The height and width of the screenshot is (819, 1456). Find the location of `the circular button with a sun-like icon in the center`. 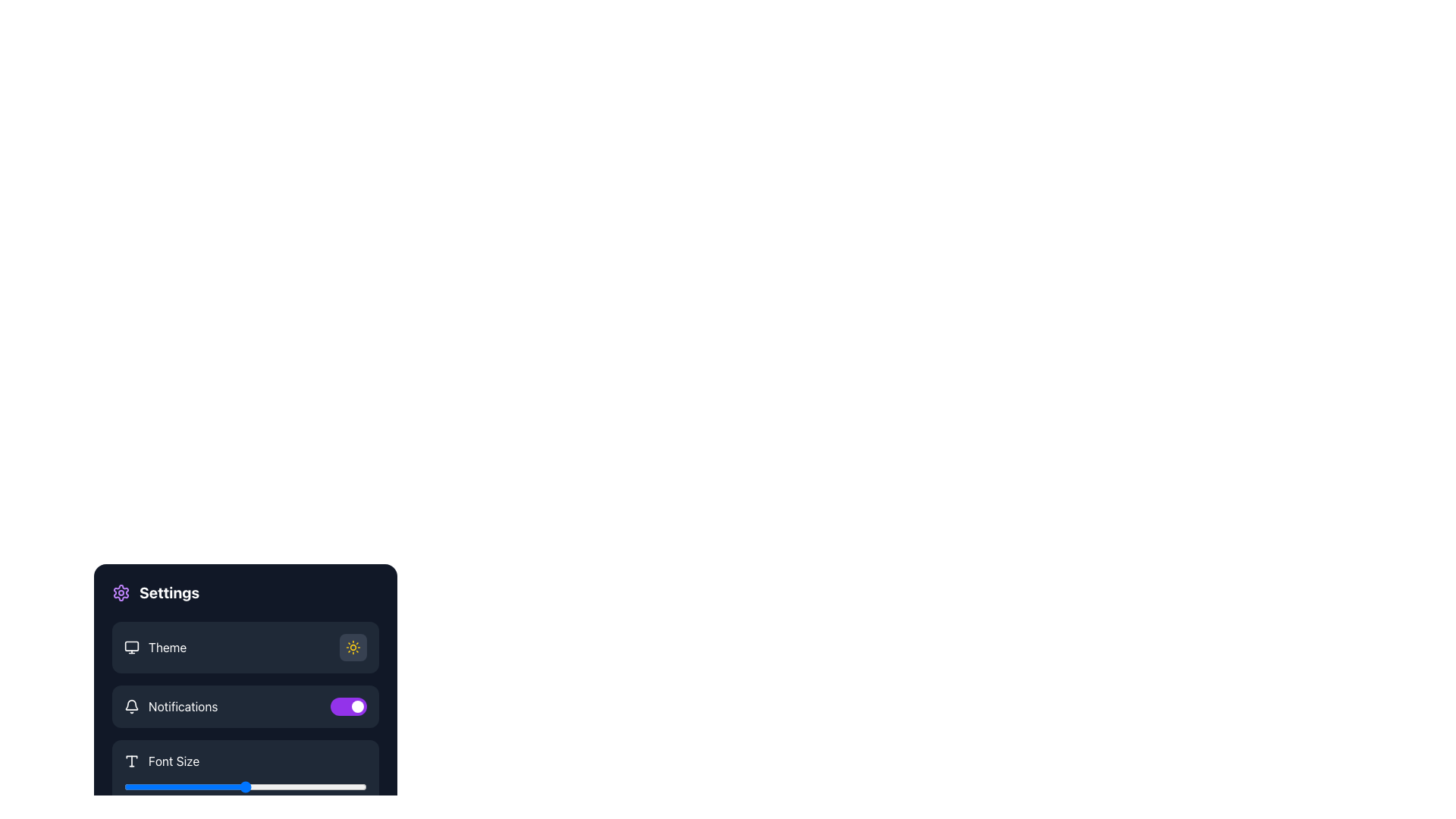

the circular button with a sun-like icon in the center is located at coordinates (352, 647).